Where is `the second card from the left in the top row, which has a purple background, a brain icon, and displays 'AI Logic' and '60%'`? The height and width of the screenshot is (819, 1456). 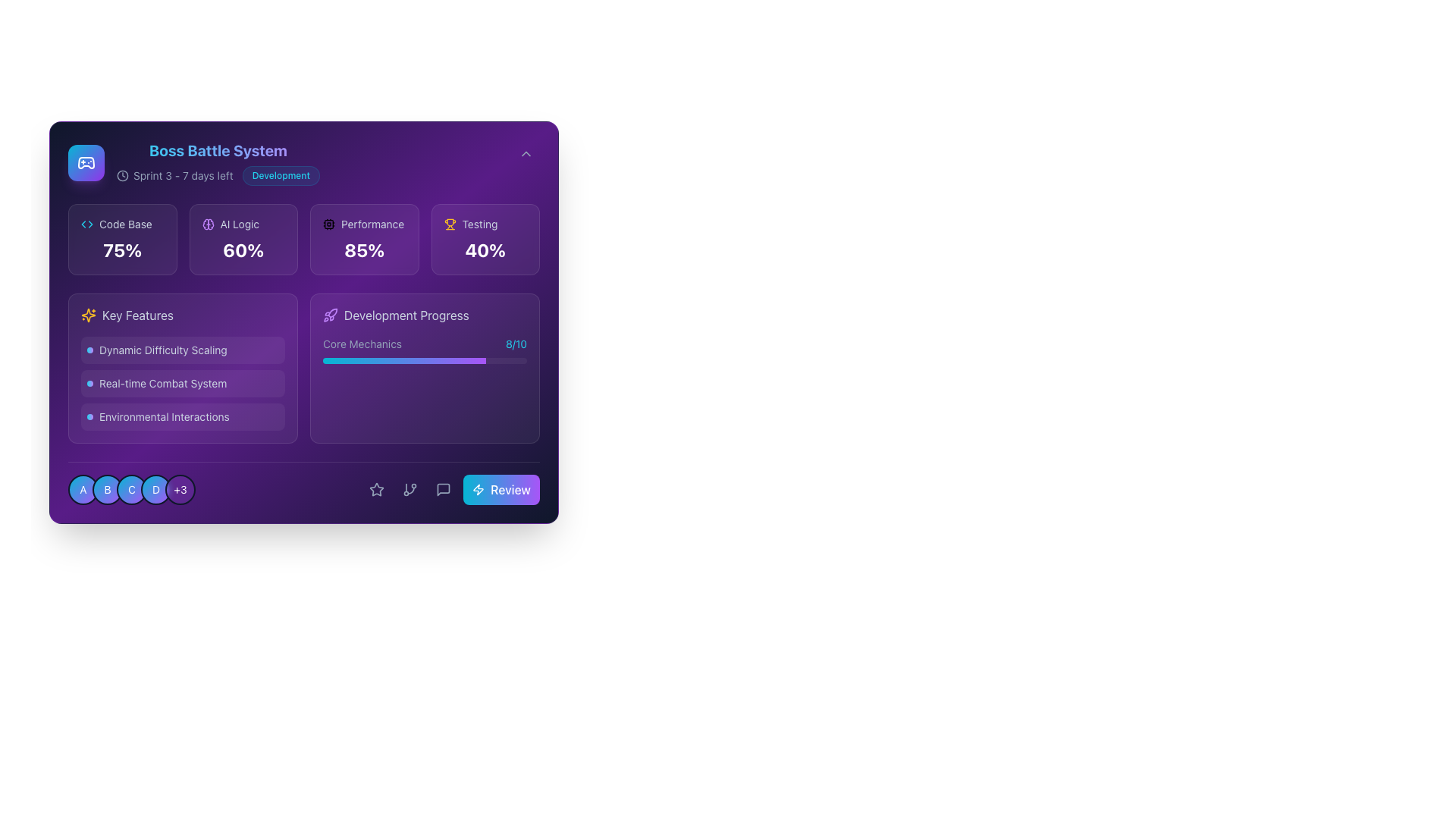 the second card from the left in the top row, which has a purple background, a brain icon, and displays 'AI Logic' and '60%' is located at coordinates (243, 239).